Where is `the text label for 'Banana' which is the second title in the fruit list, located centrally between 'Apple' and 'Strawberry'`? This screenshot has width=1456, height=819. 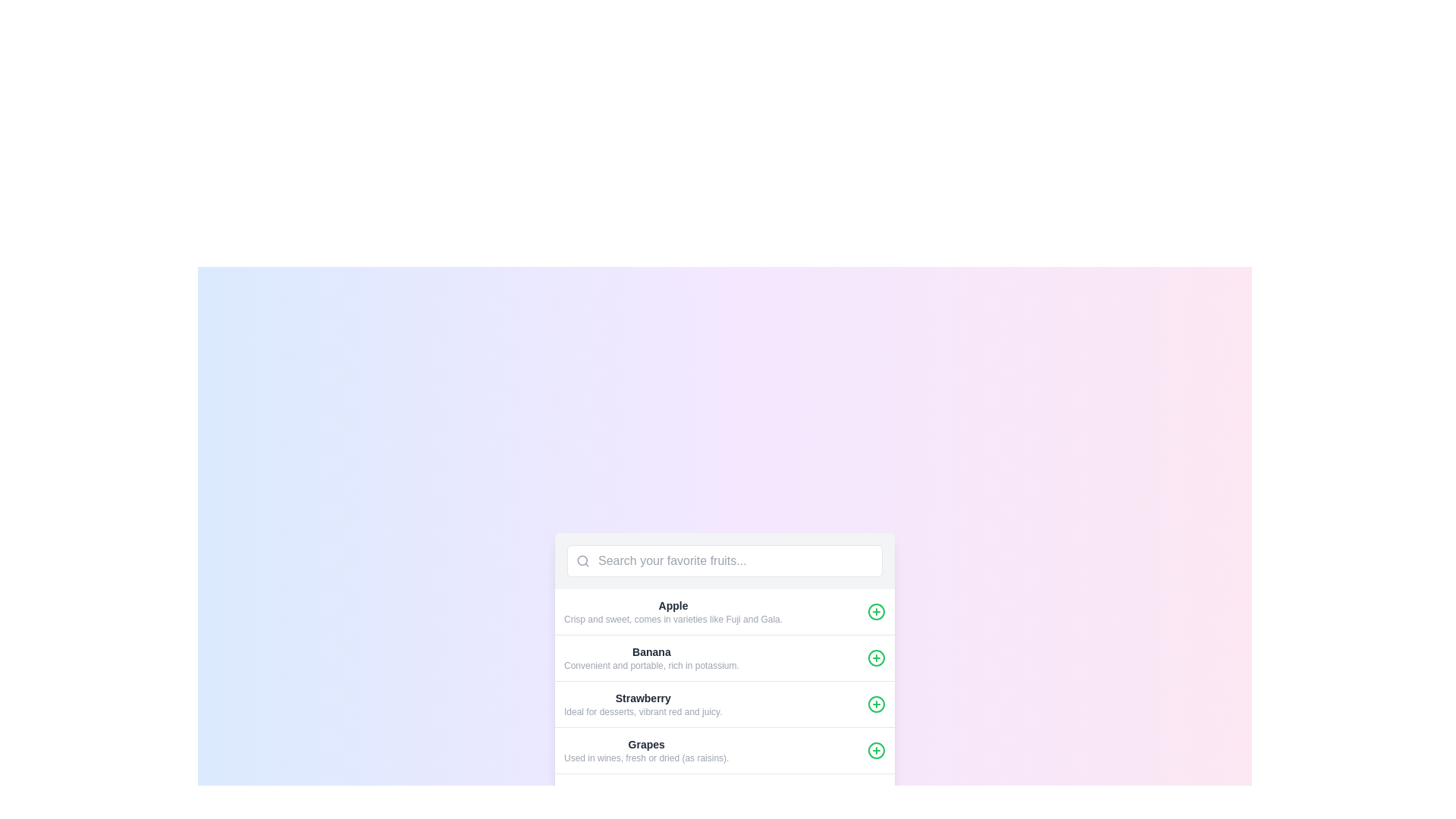
the text label for 'Banana' which is the second title in the fruit list, located centrally between 'Apple' and 'Strawberry' is located at coordinates (651, 651).